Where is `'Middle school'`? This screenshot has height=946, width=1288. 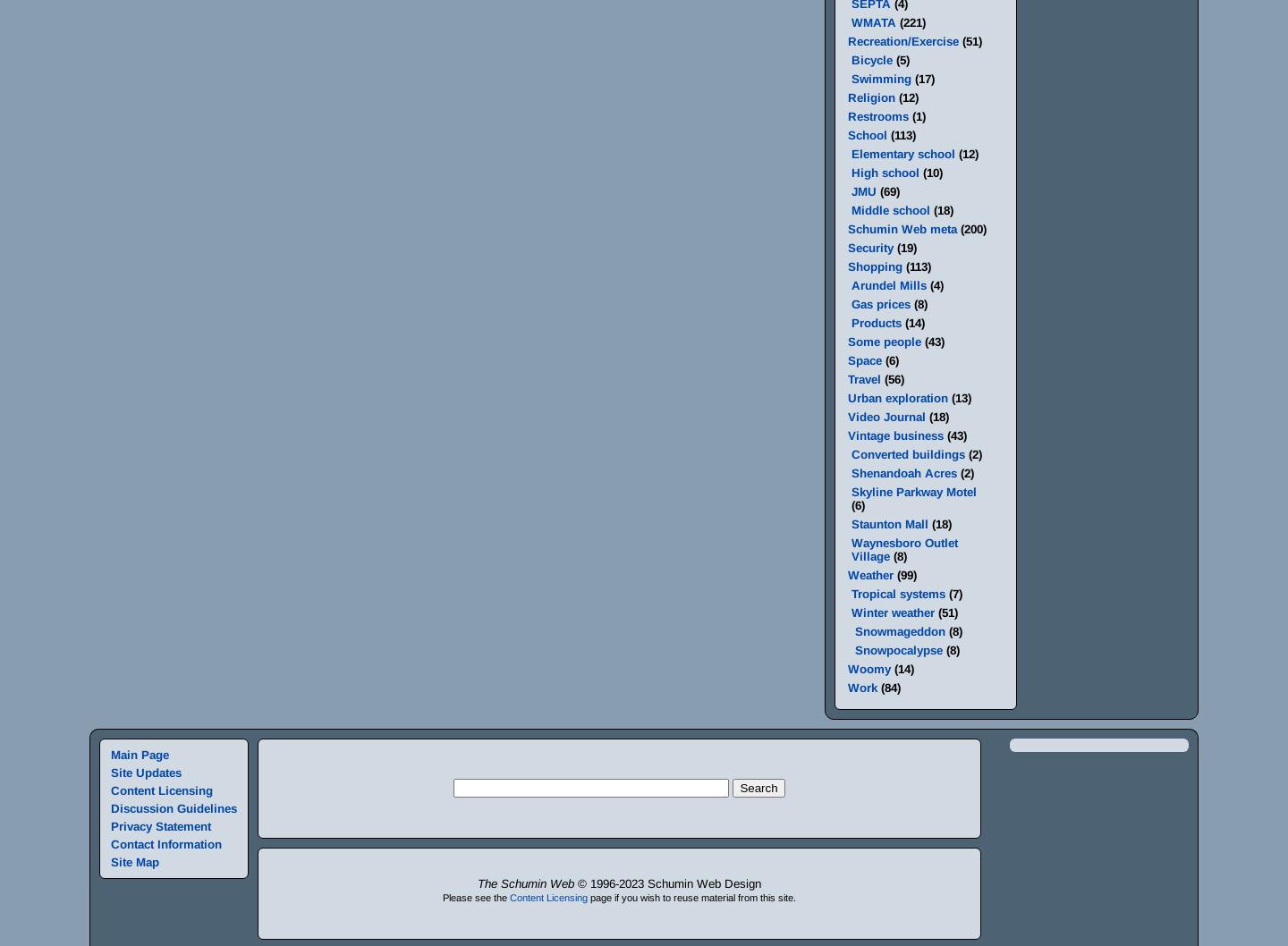
'Middle school' is located at coordinates (851, 210).